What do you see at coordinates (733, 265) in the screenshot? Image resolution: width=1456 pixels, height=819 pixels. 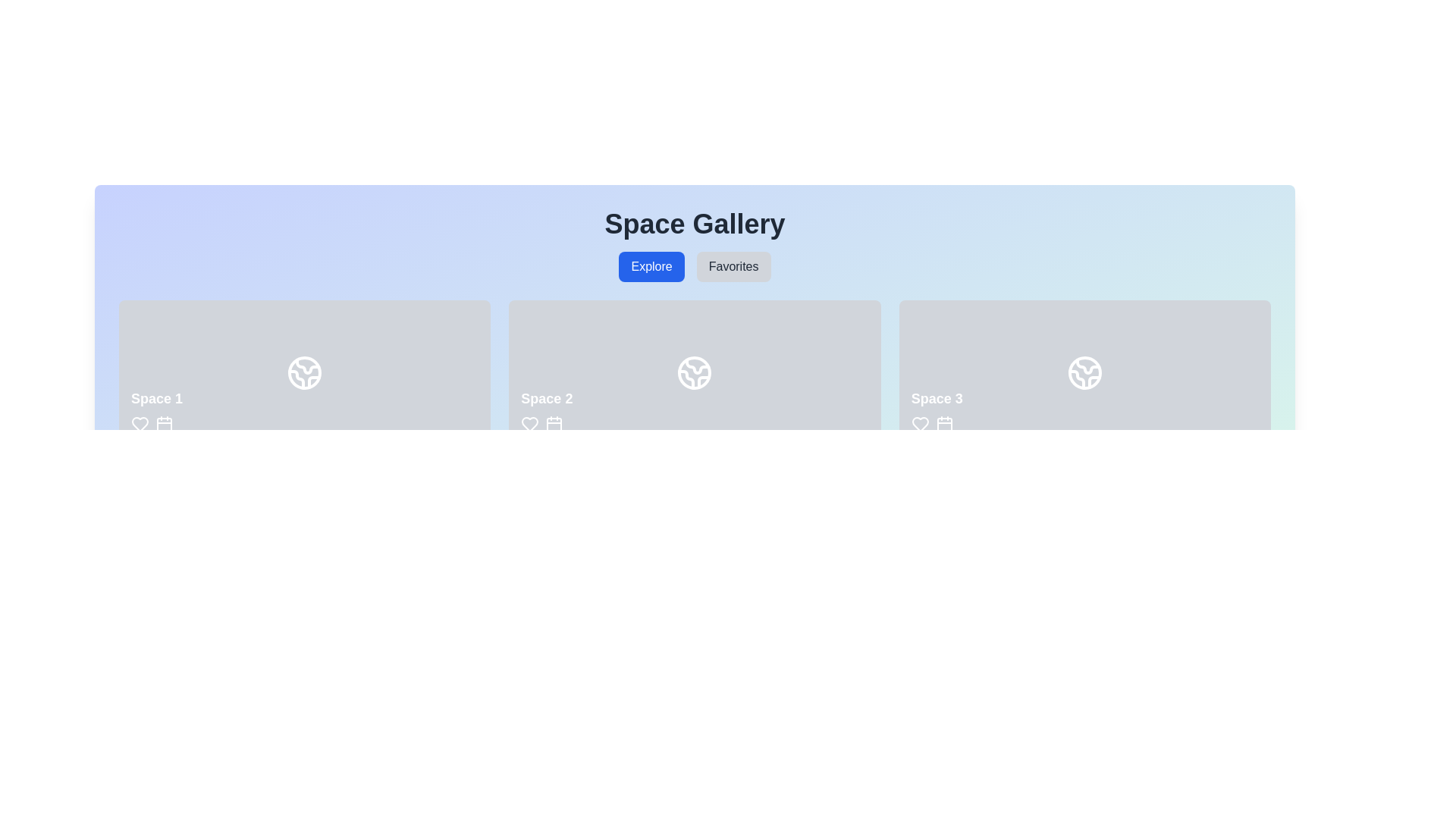 I see `the 'Favorites' button, which is a rectangular button with rounded corners, light gray background, and dark gray text, located to the right of the 'Explore' button` at bounding box center [733, 265].